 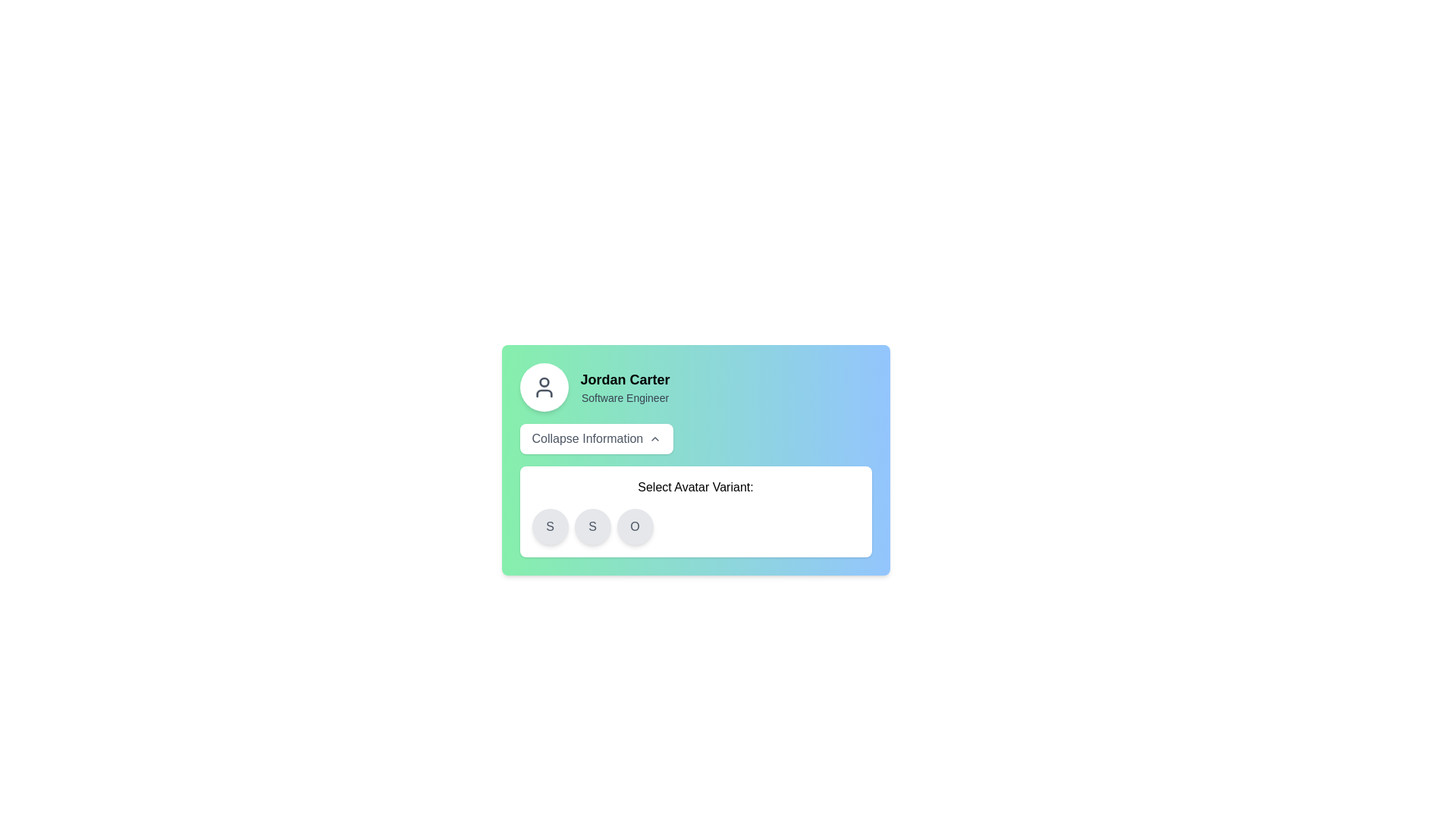 I want to click on the Text Label displaying 'Jordan Carter' and 'Software Engineer', so click(x=625, y=386).